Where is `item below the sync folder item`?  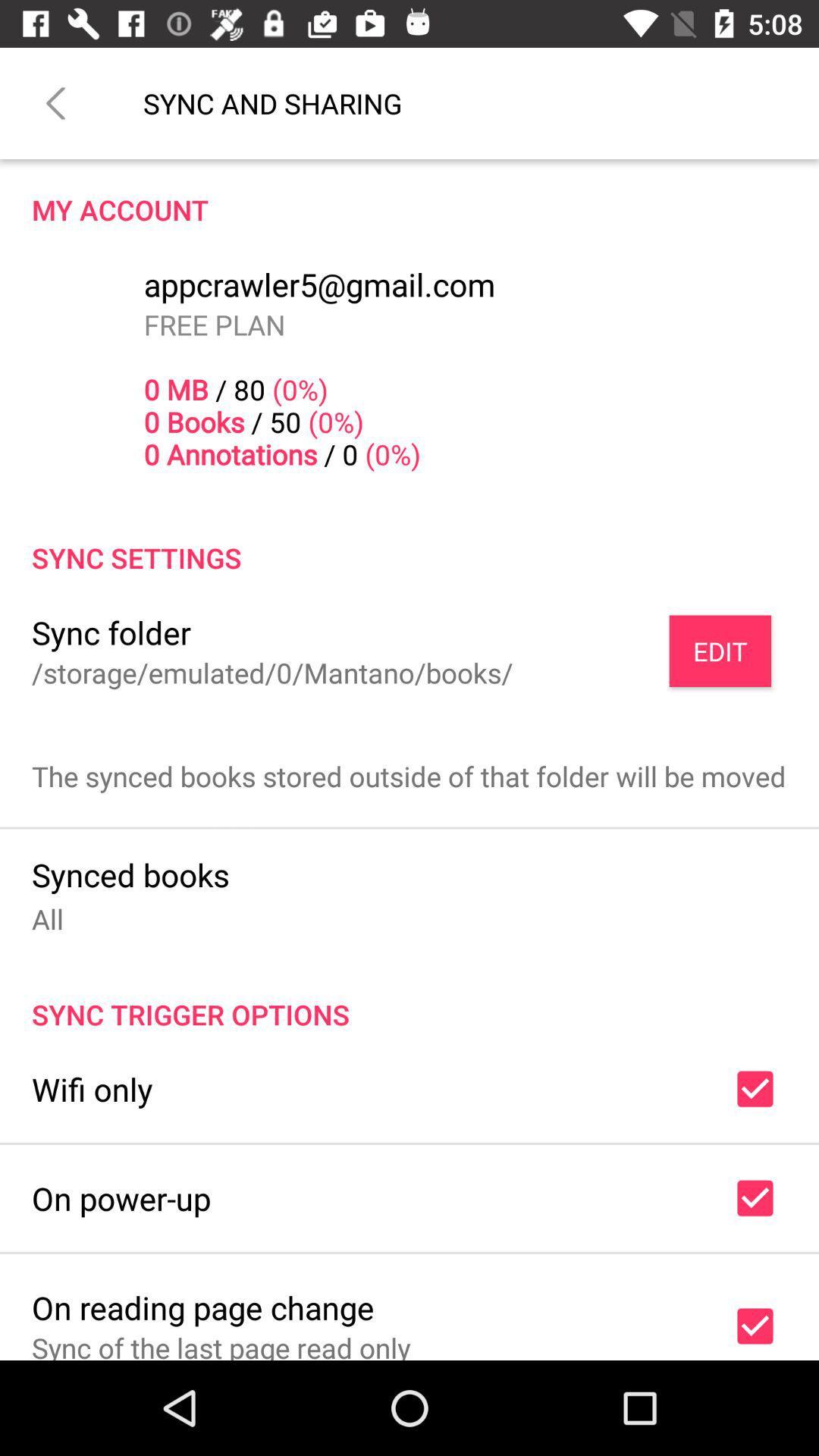 item below the sync folder item is located at coordinates (271, 672).